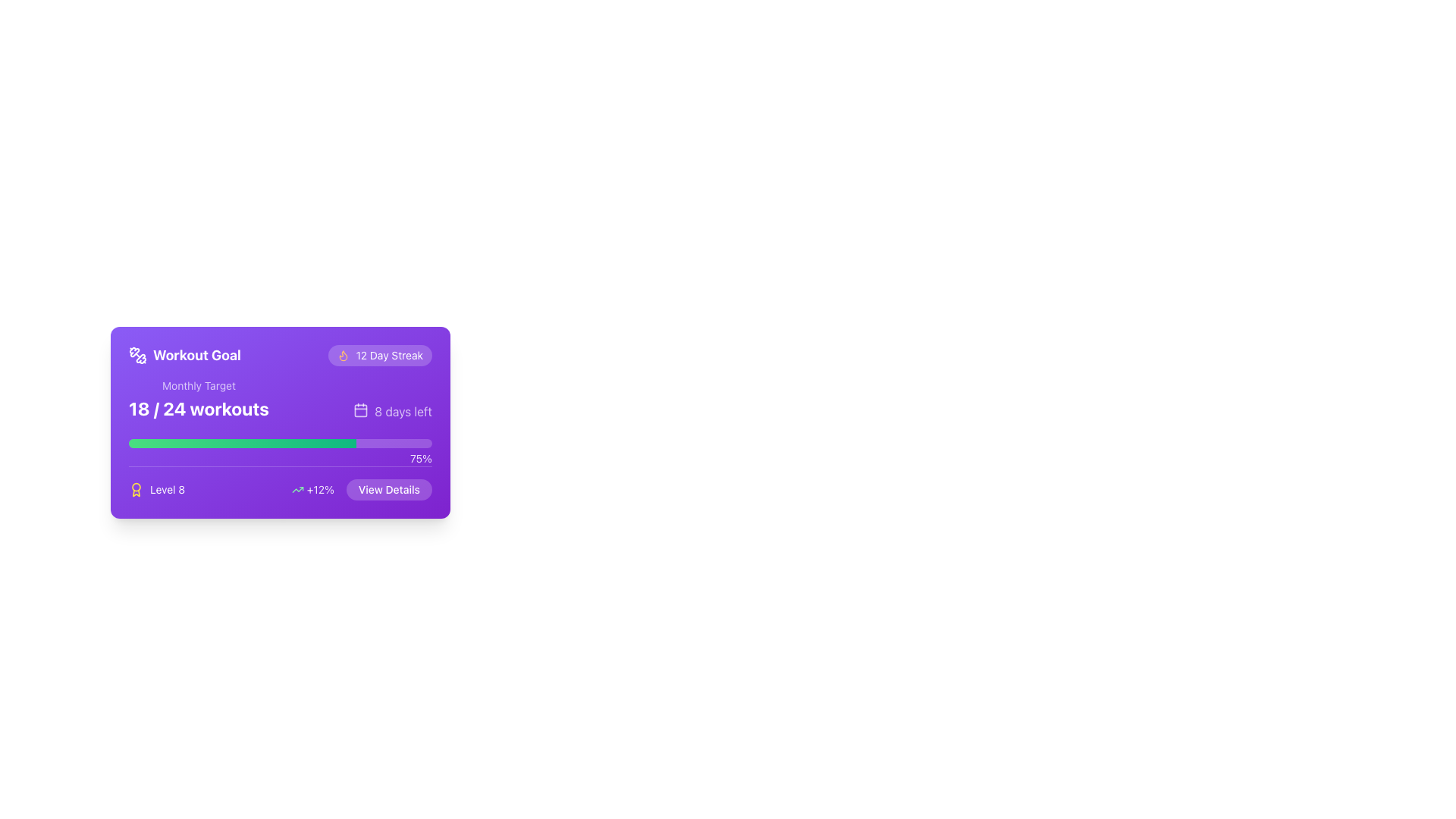 This screenshot has width=1456, height=819. What do you see at coordinates (198, 408) in the screenshot?
I see `the text label displaying '18 / 24 workouts' in bold white font, located beneath the 'Monthly Target' label in the 'Workout Goal' card` at bounding box center [198, 408].